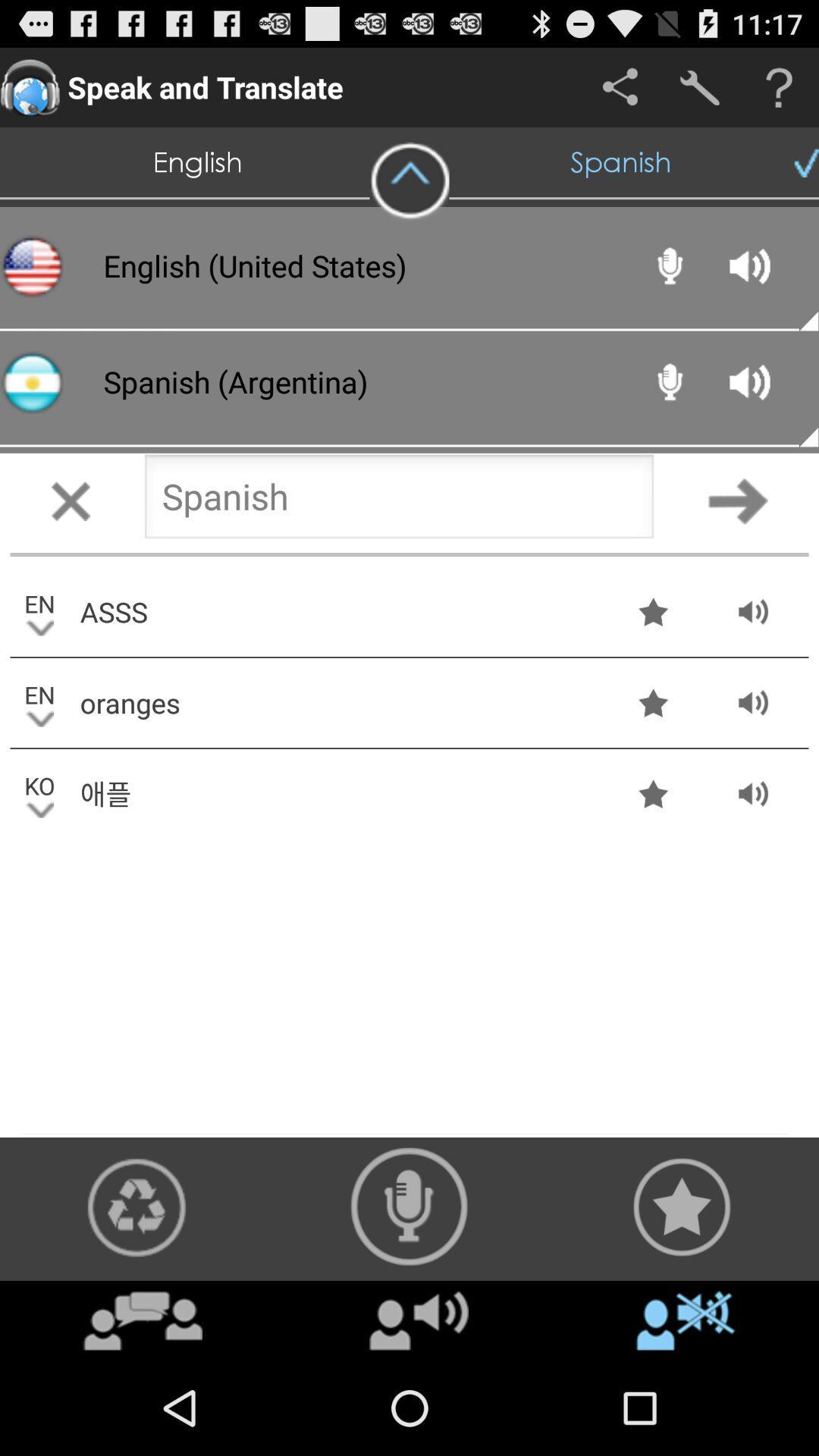 The height and width of the screenshot is (1456, 819). What do you see at coordinates (398, 500) in the screenshot?
I see `search box` at bounding box center [398, 500].